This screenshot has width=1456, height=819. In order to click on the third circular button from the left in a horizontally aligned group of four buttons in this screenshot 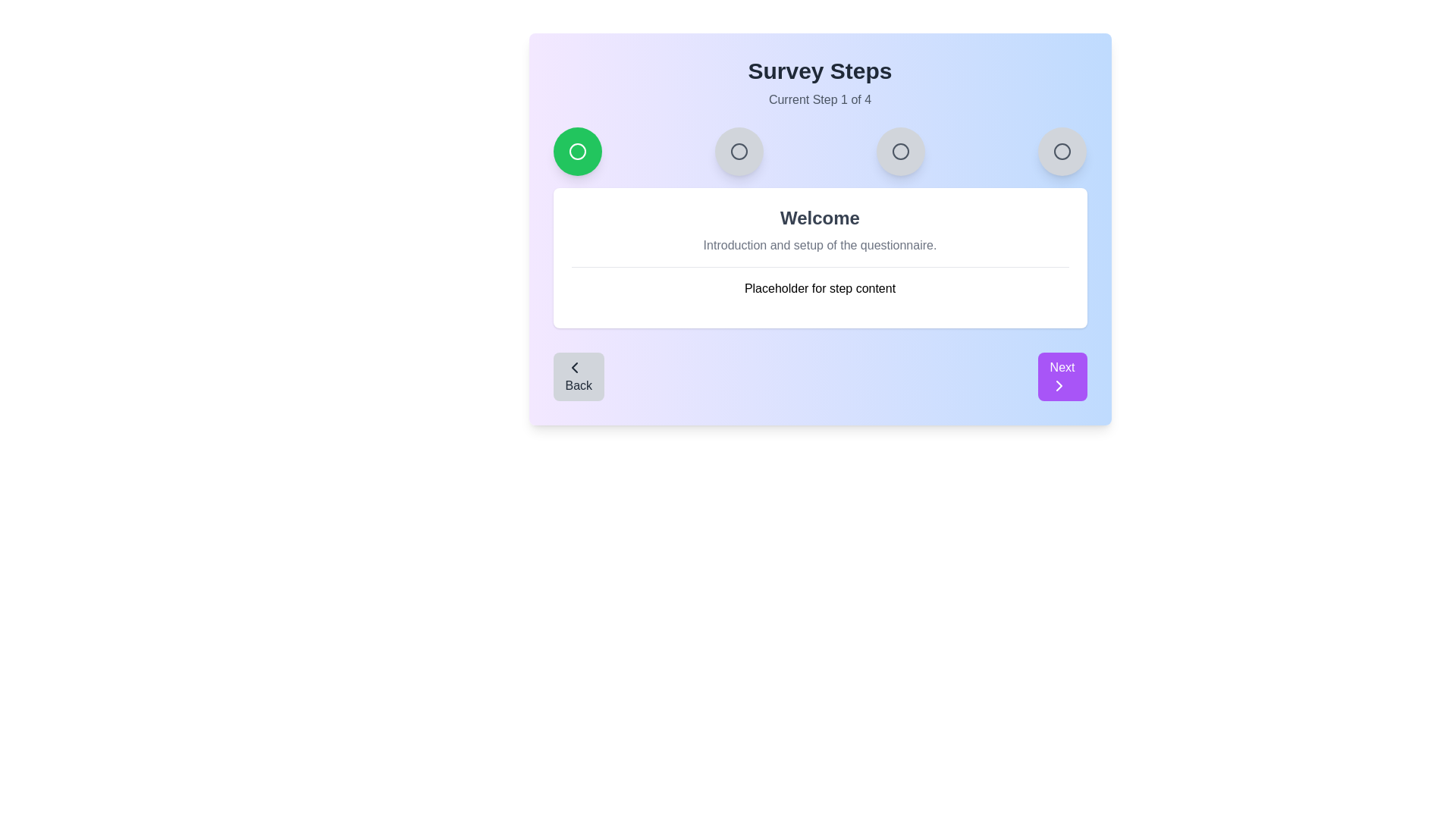, I will do `click(901, 152)`.